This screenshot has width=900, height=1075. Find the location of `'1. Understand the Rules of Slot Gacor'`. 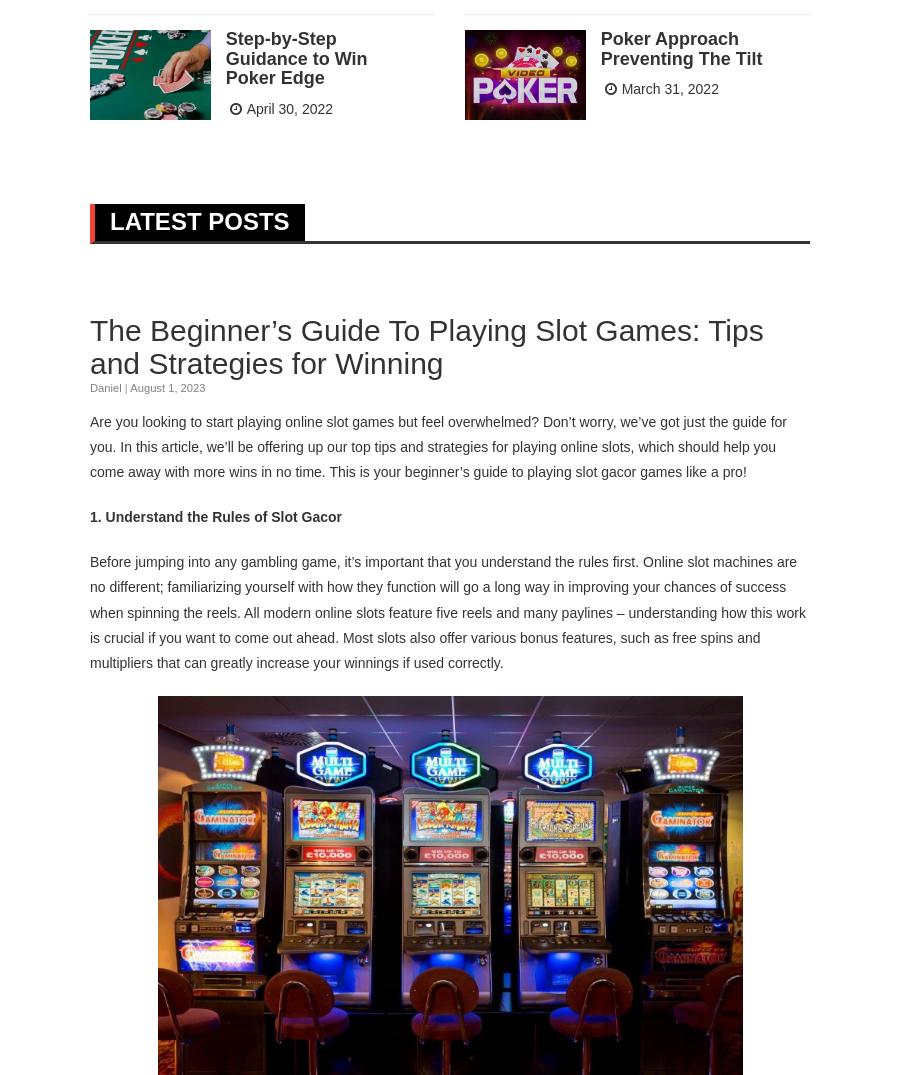

'1. Understand the Rules of Slot Gacor' is located at coordinates (216, 515).